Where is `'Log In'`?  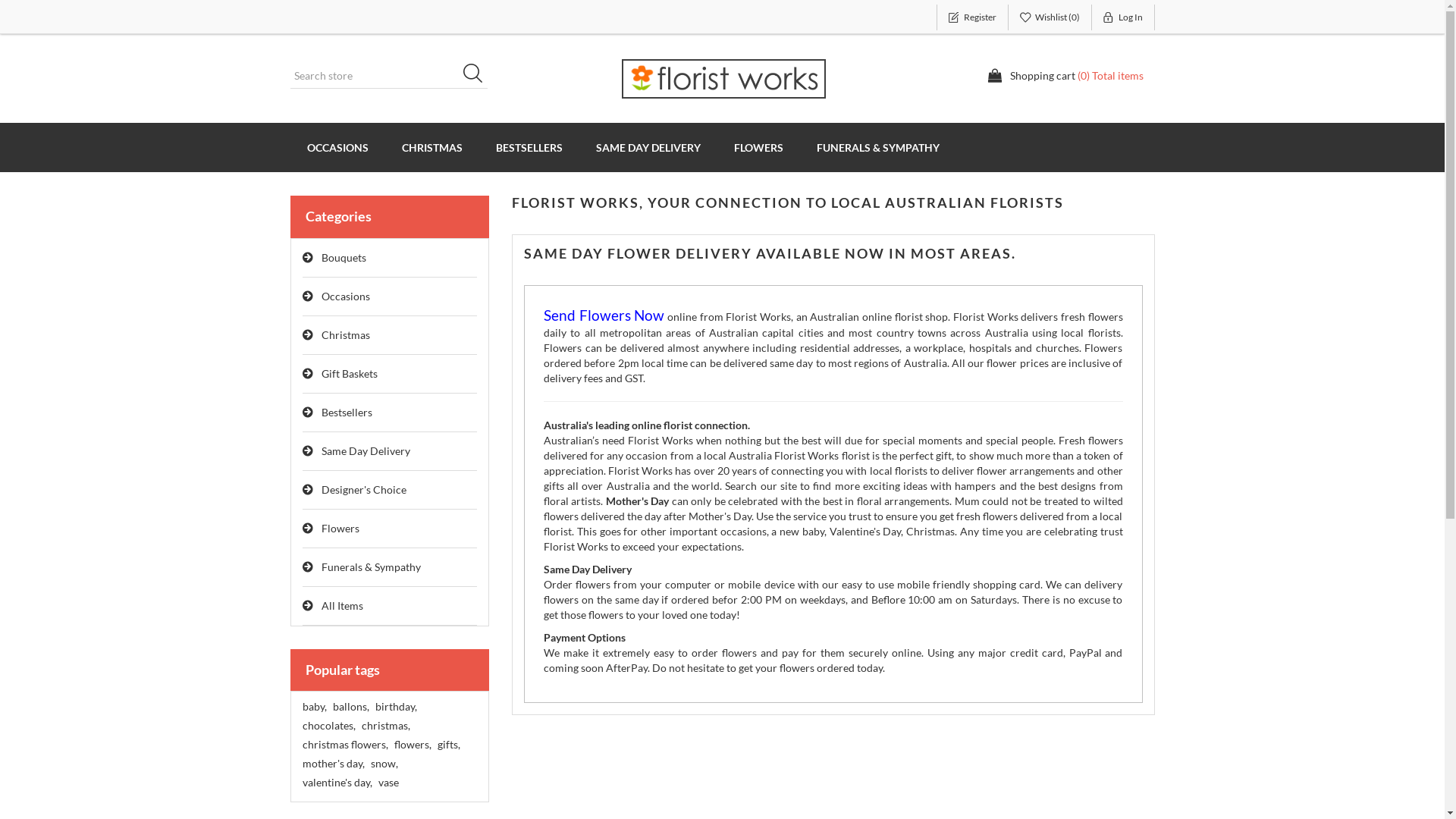
'Log In' is located at coordinates (1092, 17).